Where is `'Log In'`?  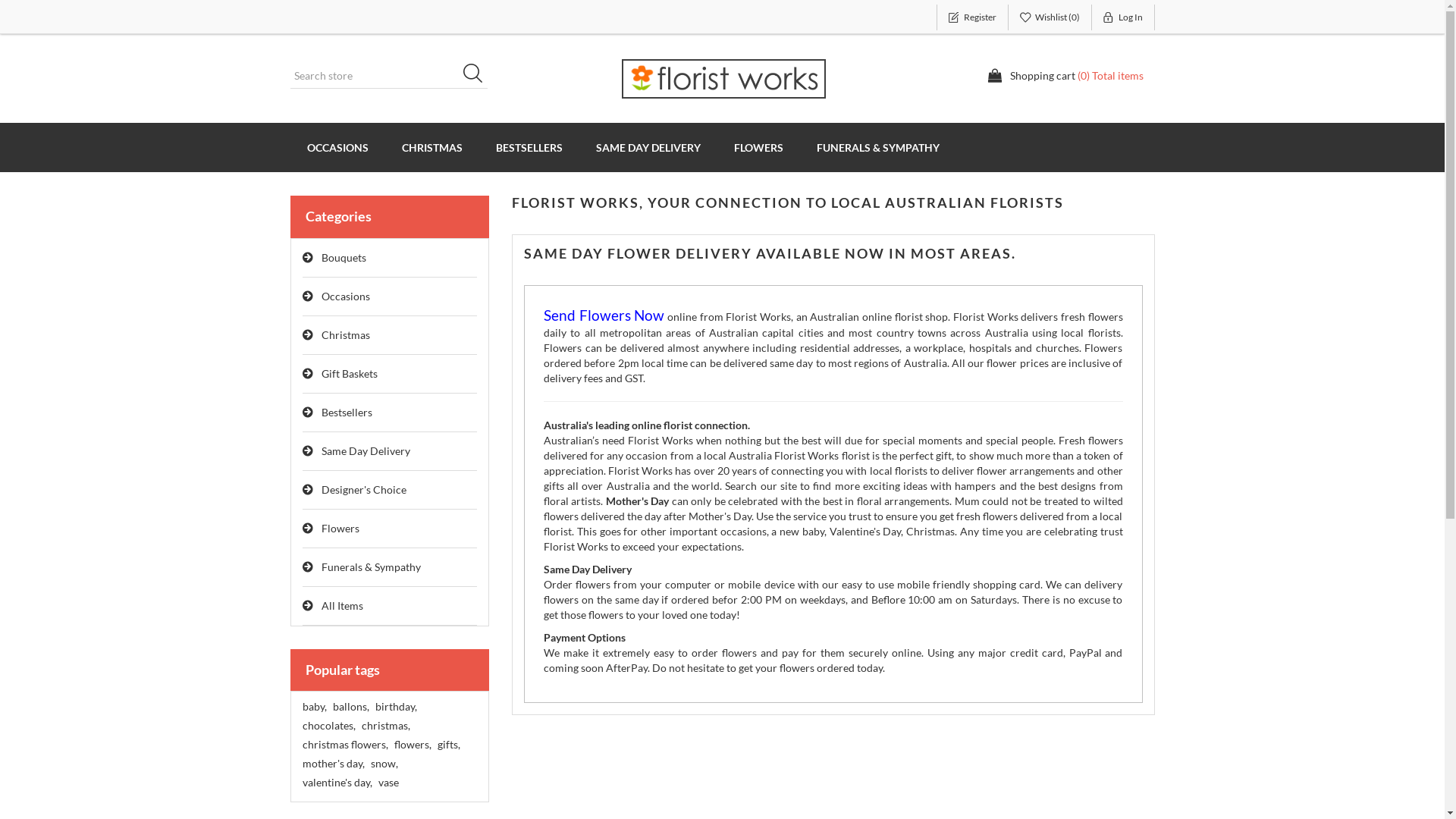
'Log In' is located at coordinates (1092, 17).